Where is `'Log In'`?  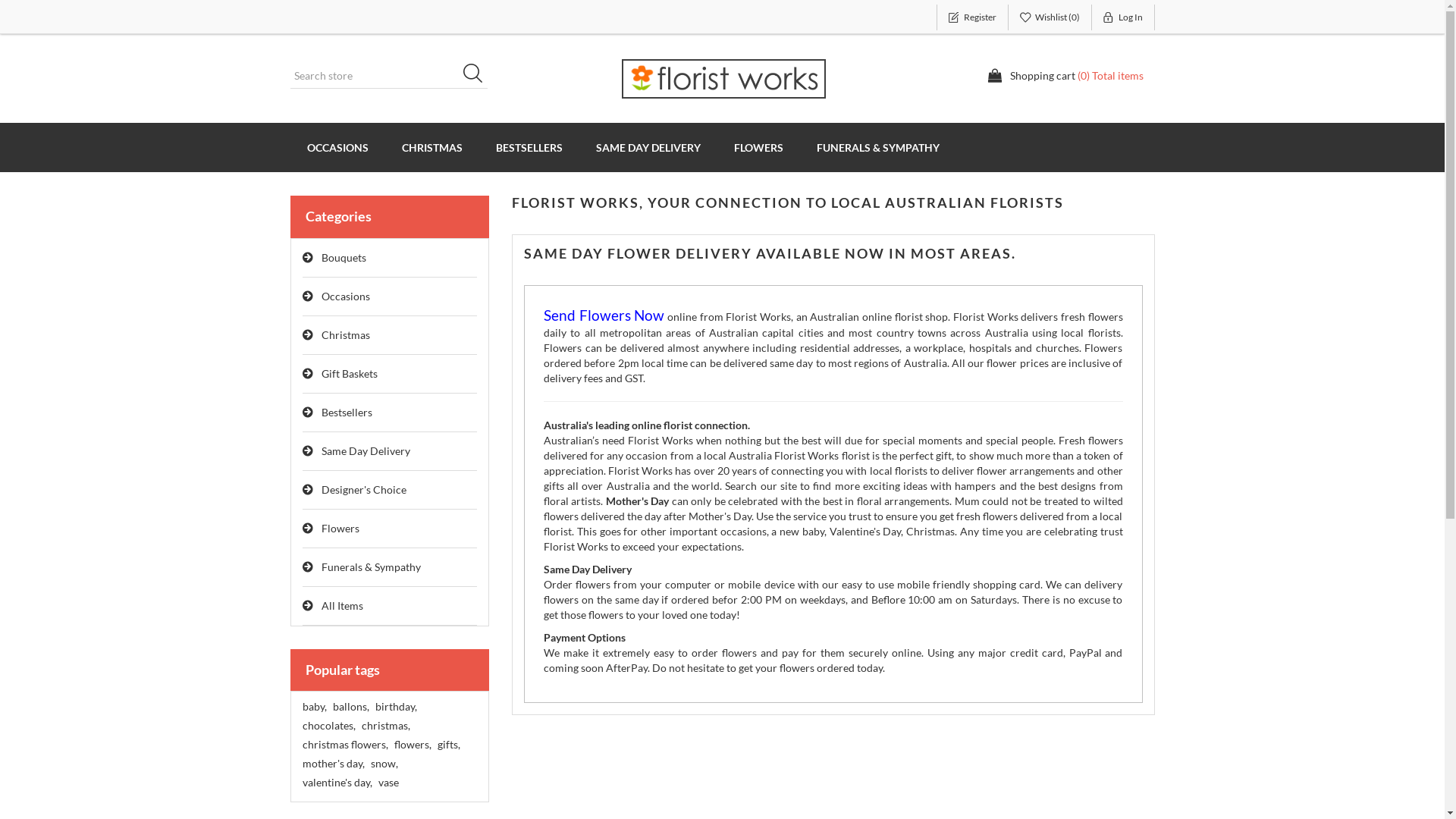
'Log In' is located at coordinates (1092, 17).